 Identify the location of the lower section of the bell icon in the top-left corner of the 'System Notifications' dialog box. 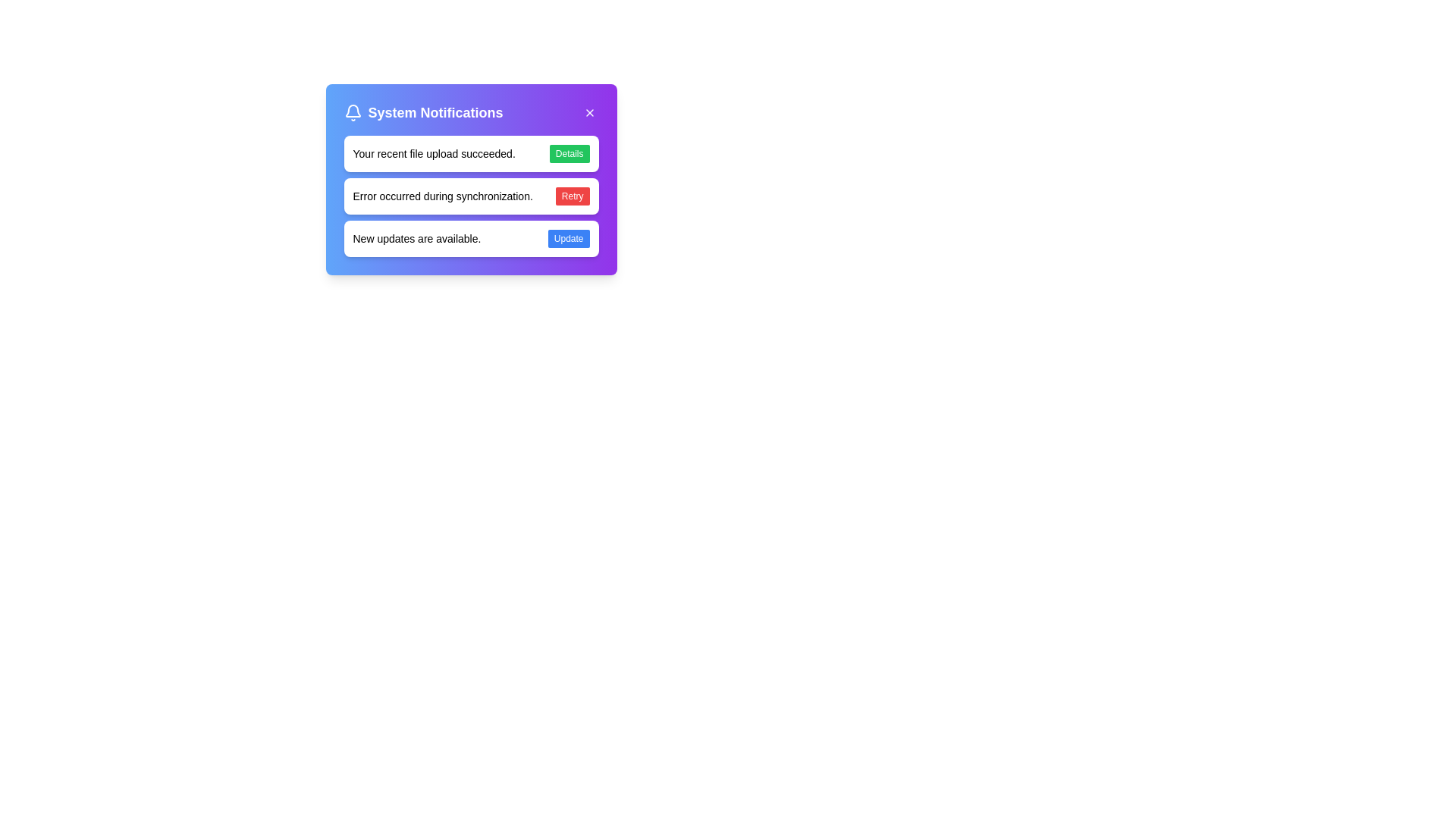
(352, 110).